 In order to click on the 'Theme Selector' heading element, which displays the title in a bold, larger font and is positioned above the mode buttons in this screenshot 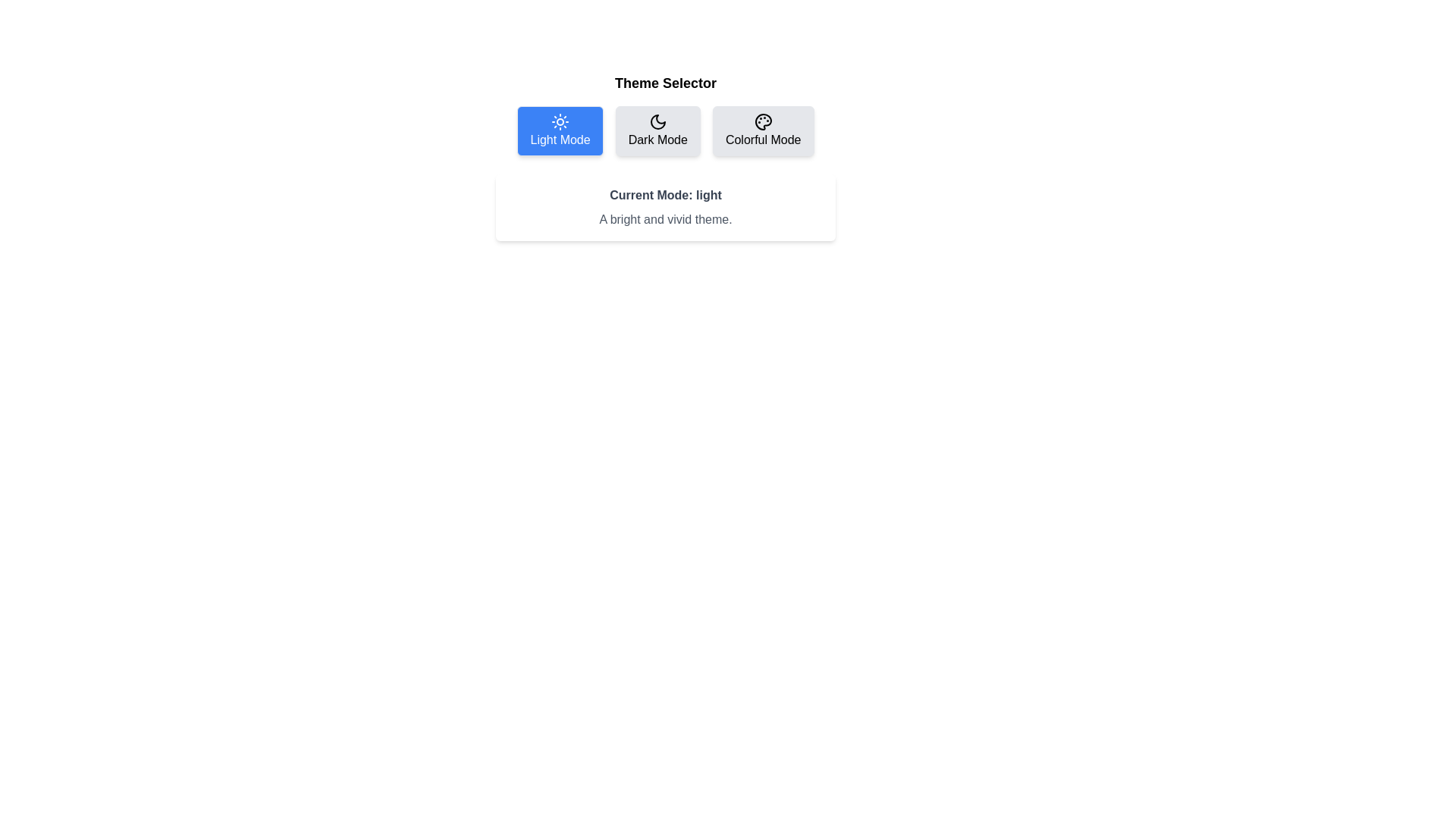, I will do `click(666, 83)`.